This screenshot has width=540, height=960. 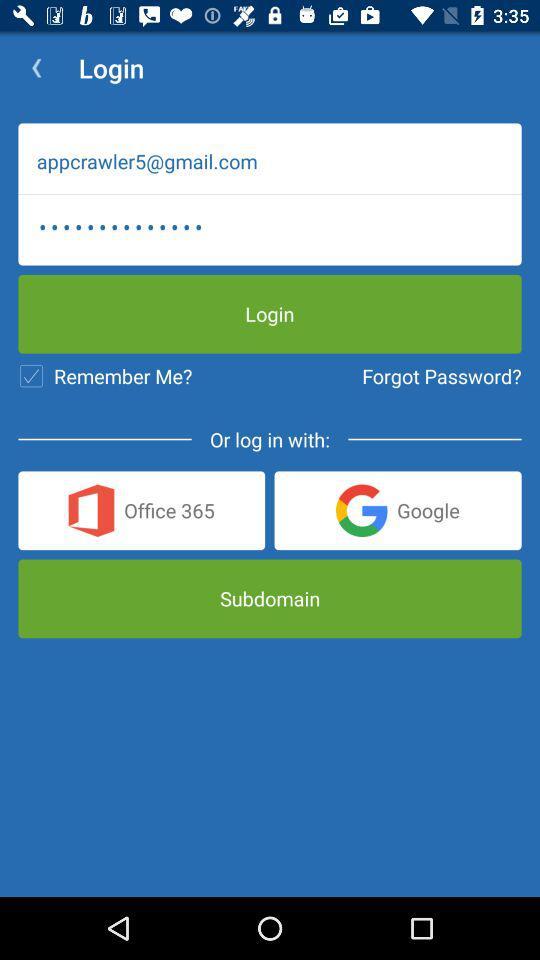 What do you see at coordinates (270, 598) in the screenshot?
I see `the subdomain` at bounding box center [270, 598].